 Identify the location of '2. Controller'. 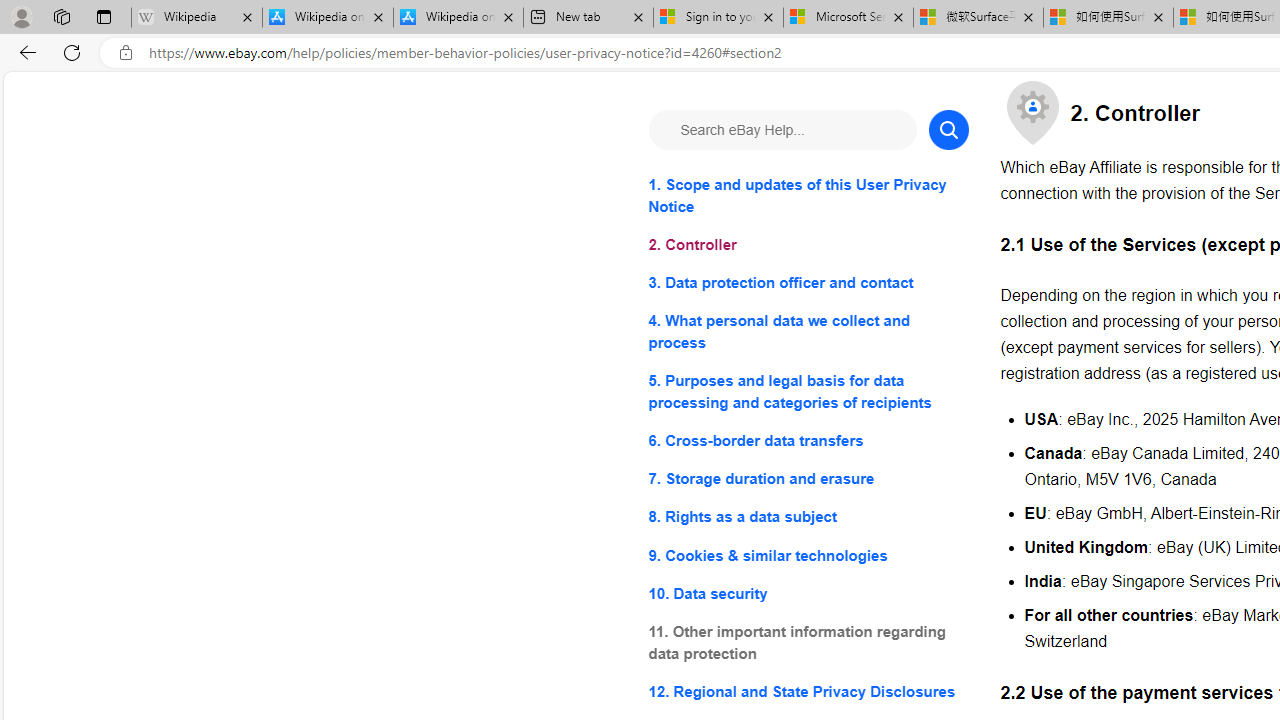
(808, 244).